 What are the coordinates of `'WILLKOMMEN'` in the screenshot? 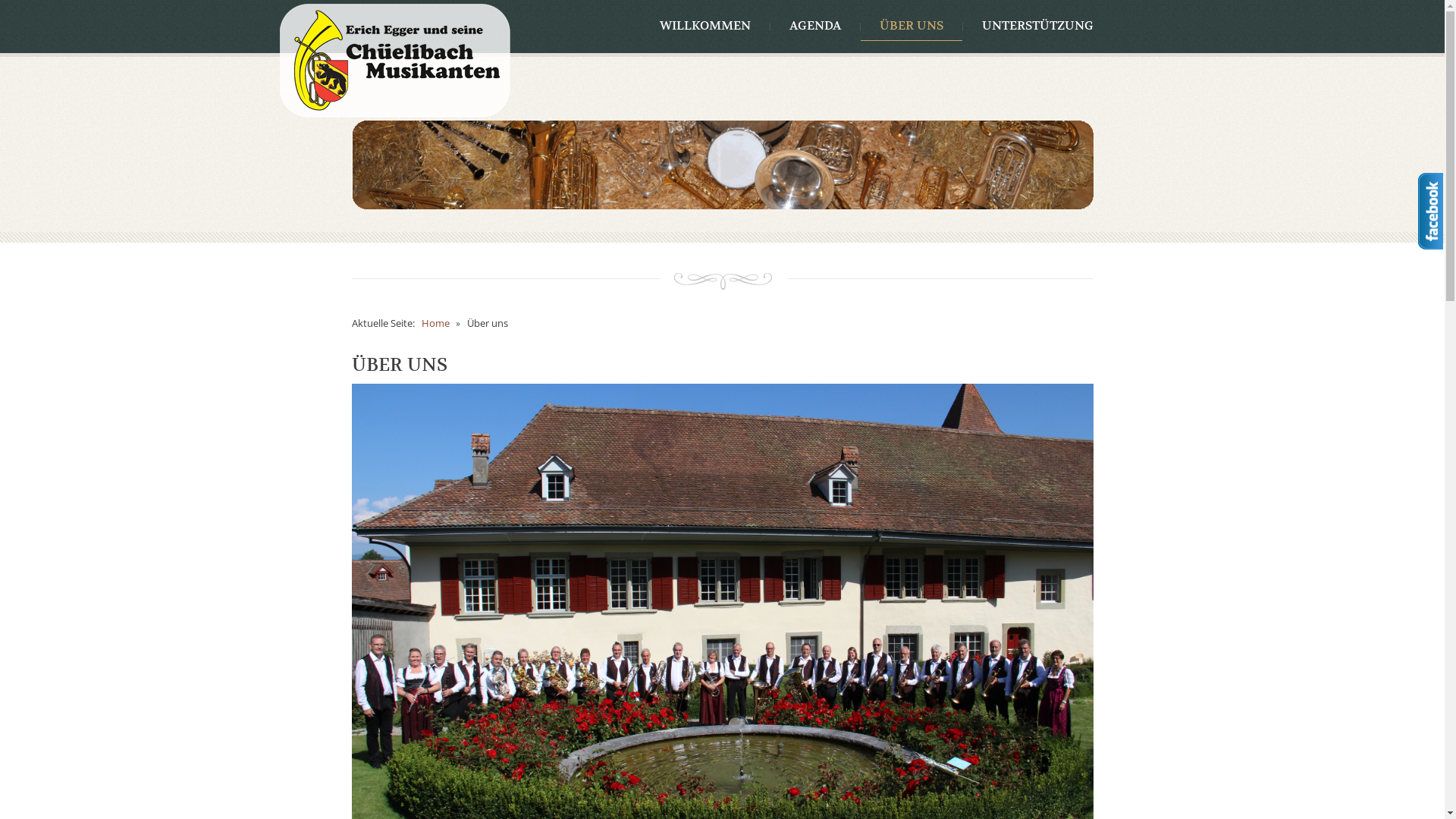 It's located at (704, 26).